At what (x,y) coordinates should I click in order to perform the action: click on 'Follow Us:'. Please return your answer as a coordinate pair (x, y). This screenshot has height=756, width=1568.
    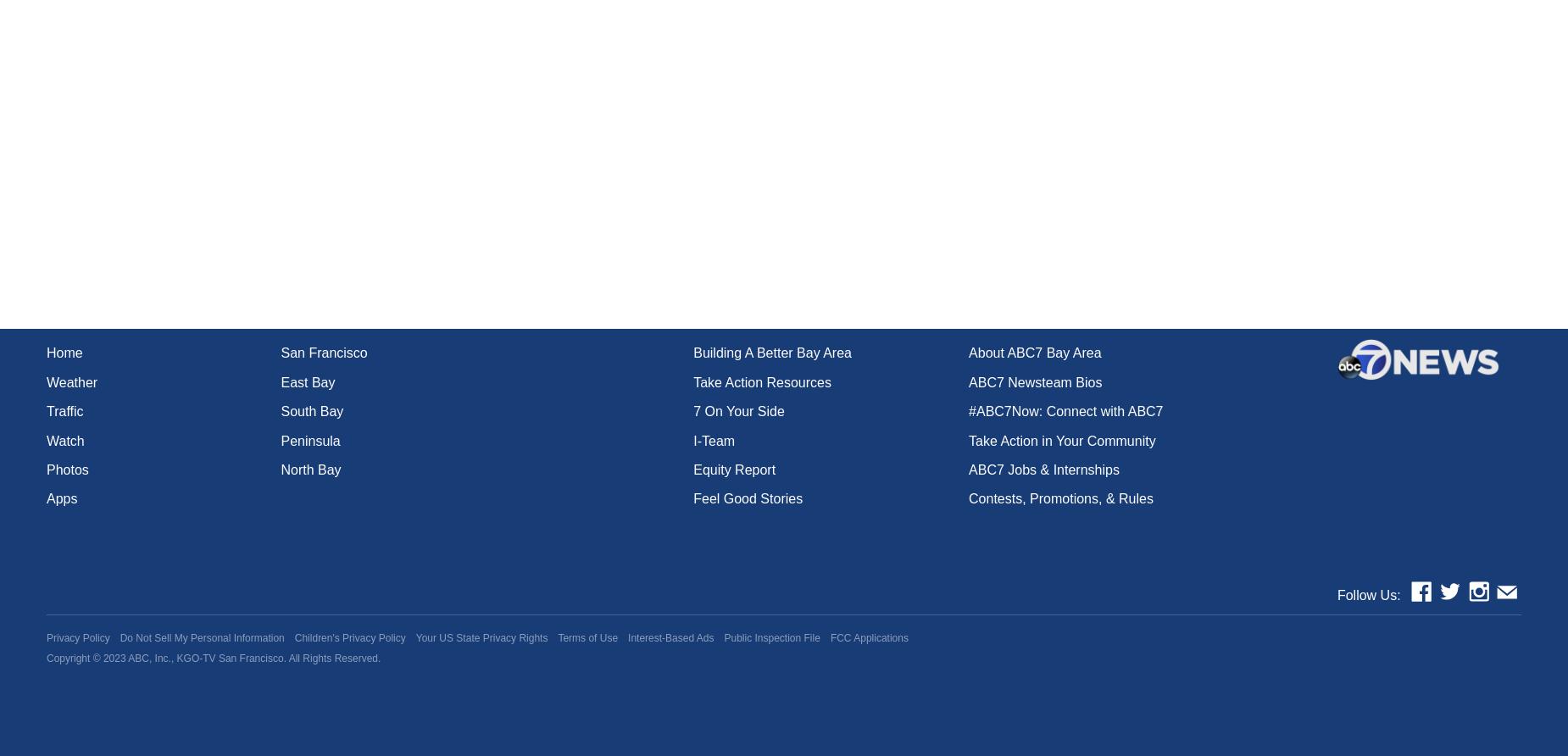
    Looking at the image, I should click on (1368, 595).